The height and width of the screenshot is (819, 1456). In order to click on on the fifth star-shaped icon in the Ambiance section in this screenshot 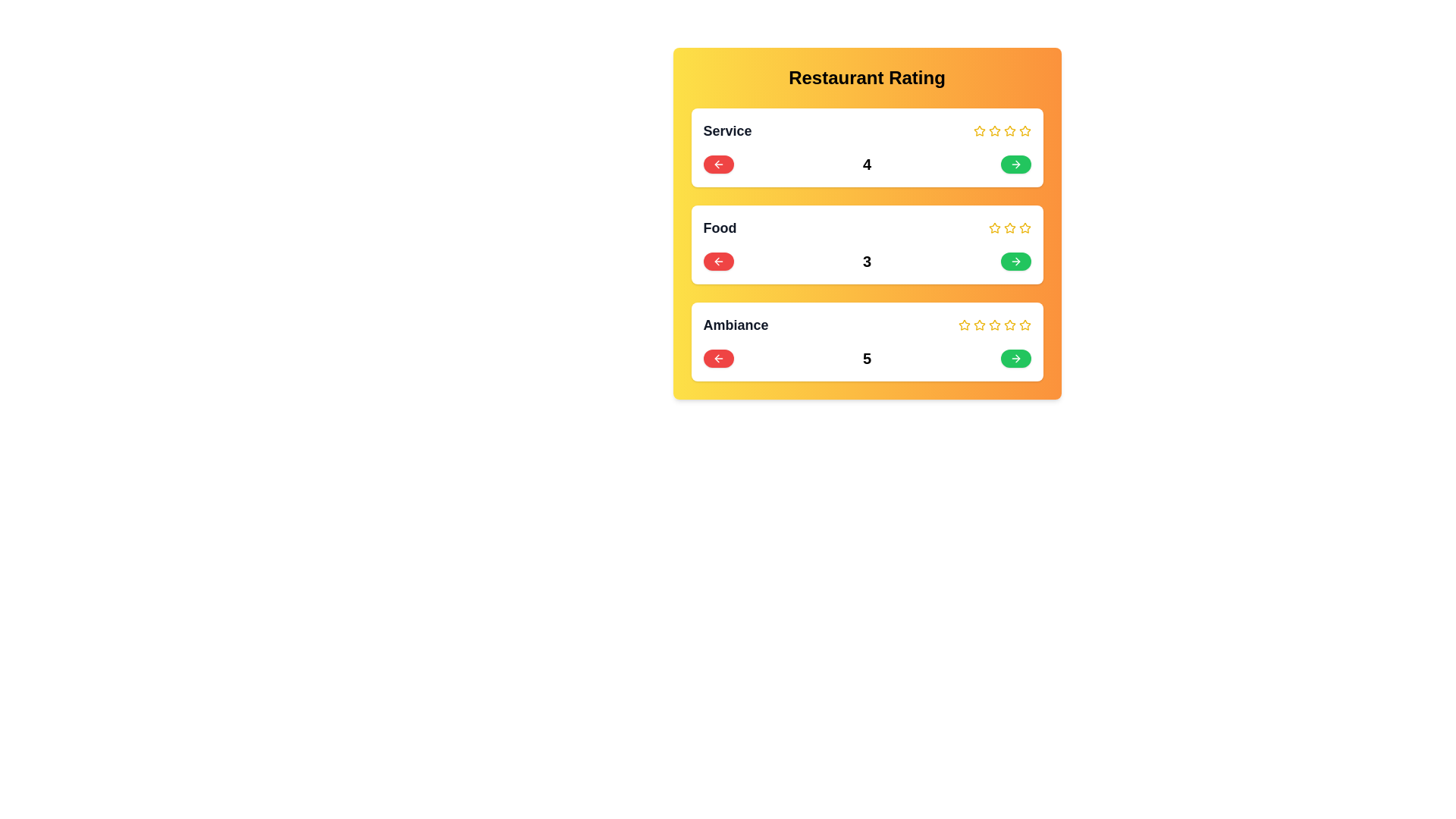, I will do `click(1024, 324)`.